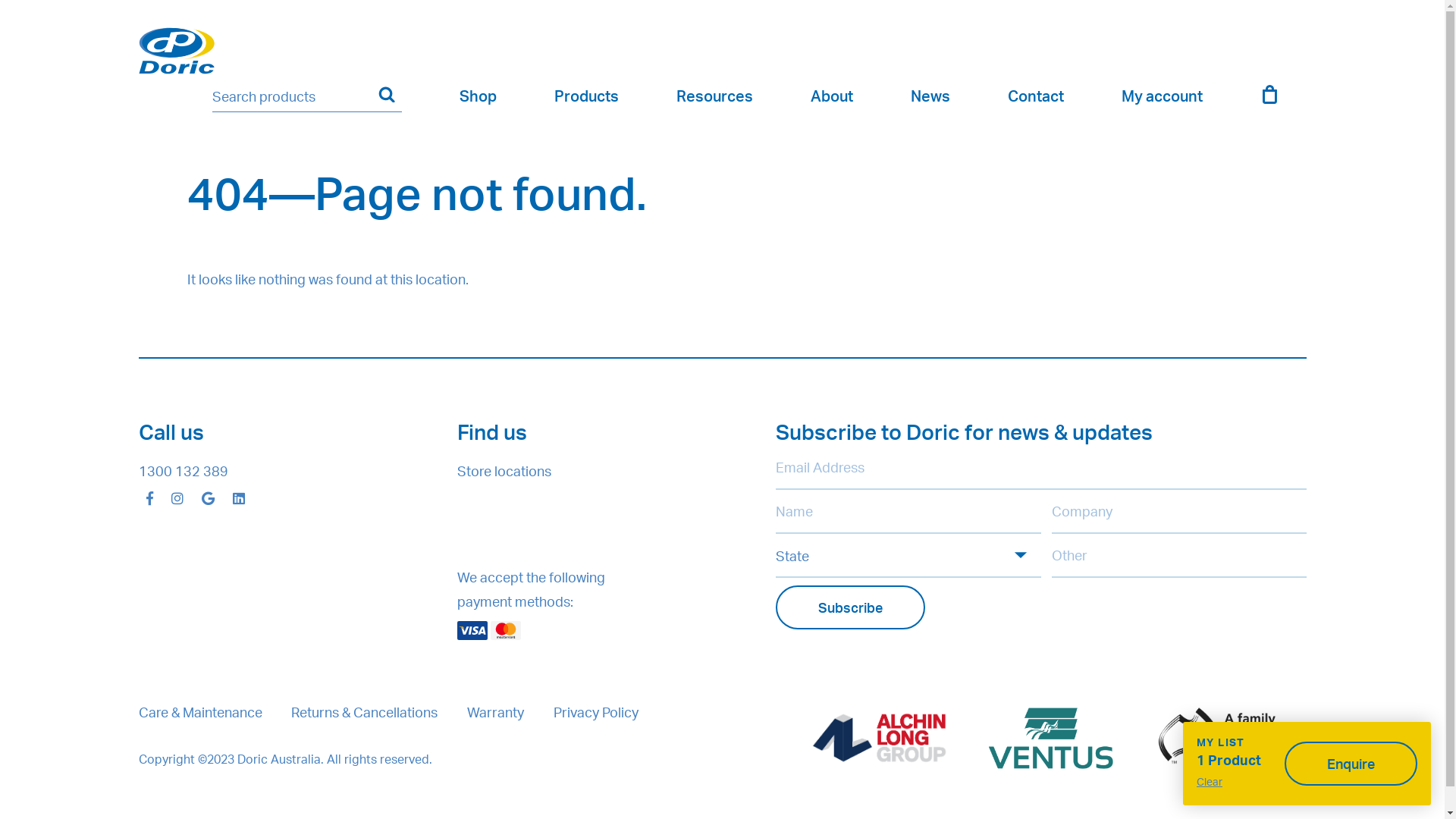 Image resolution: width=1456 pixels, height=819 pixels. I want to click on 'Contact', so click(1008, 96).